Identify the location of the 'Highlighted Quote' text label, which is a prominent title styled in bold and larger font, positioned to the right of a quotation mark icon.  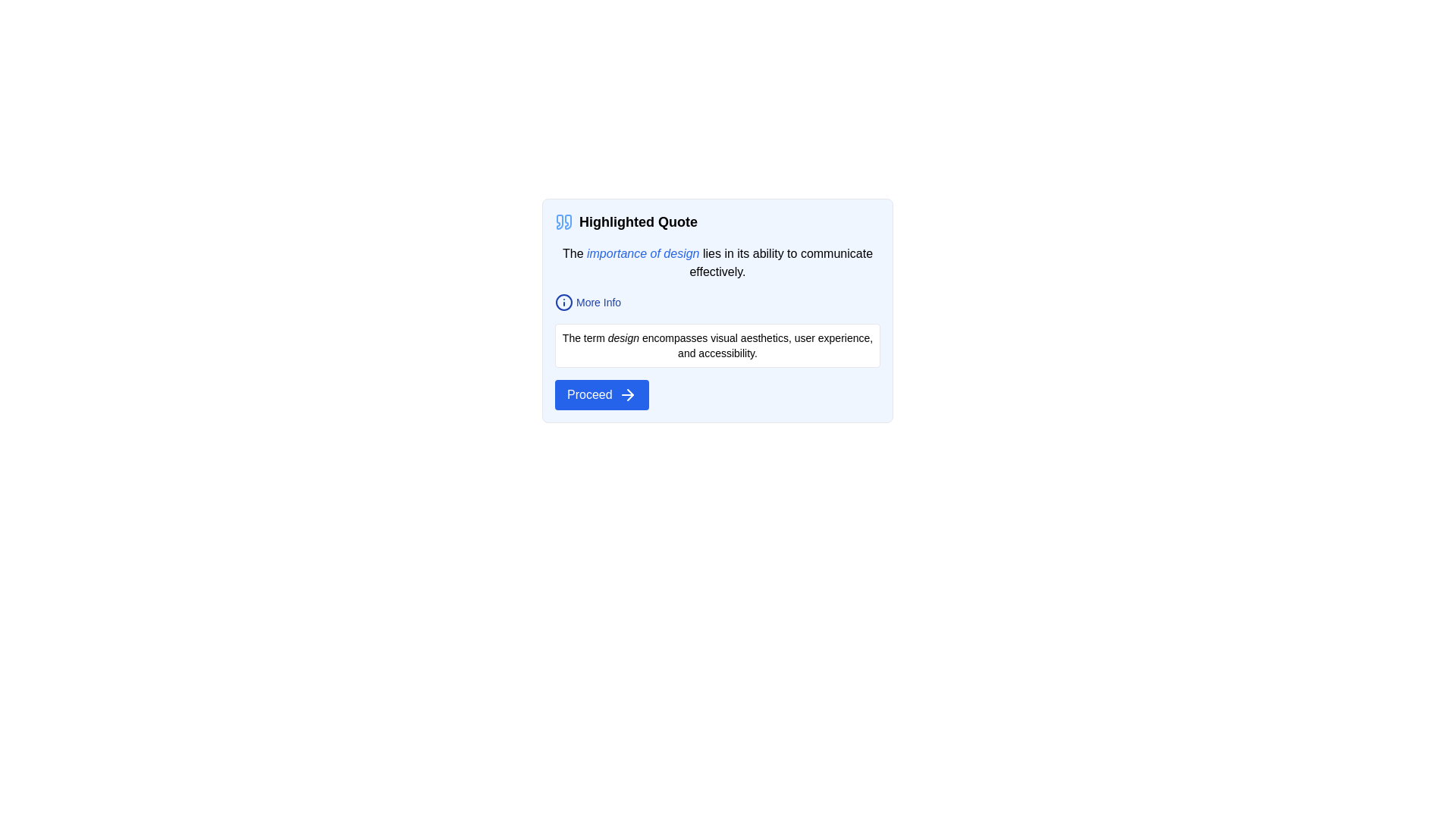
(638, 222).